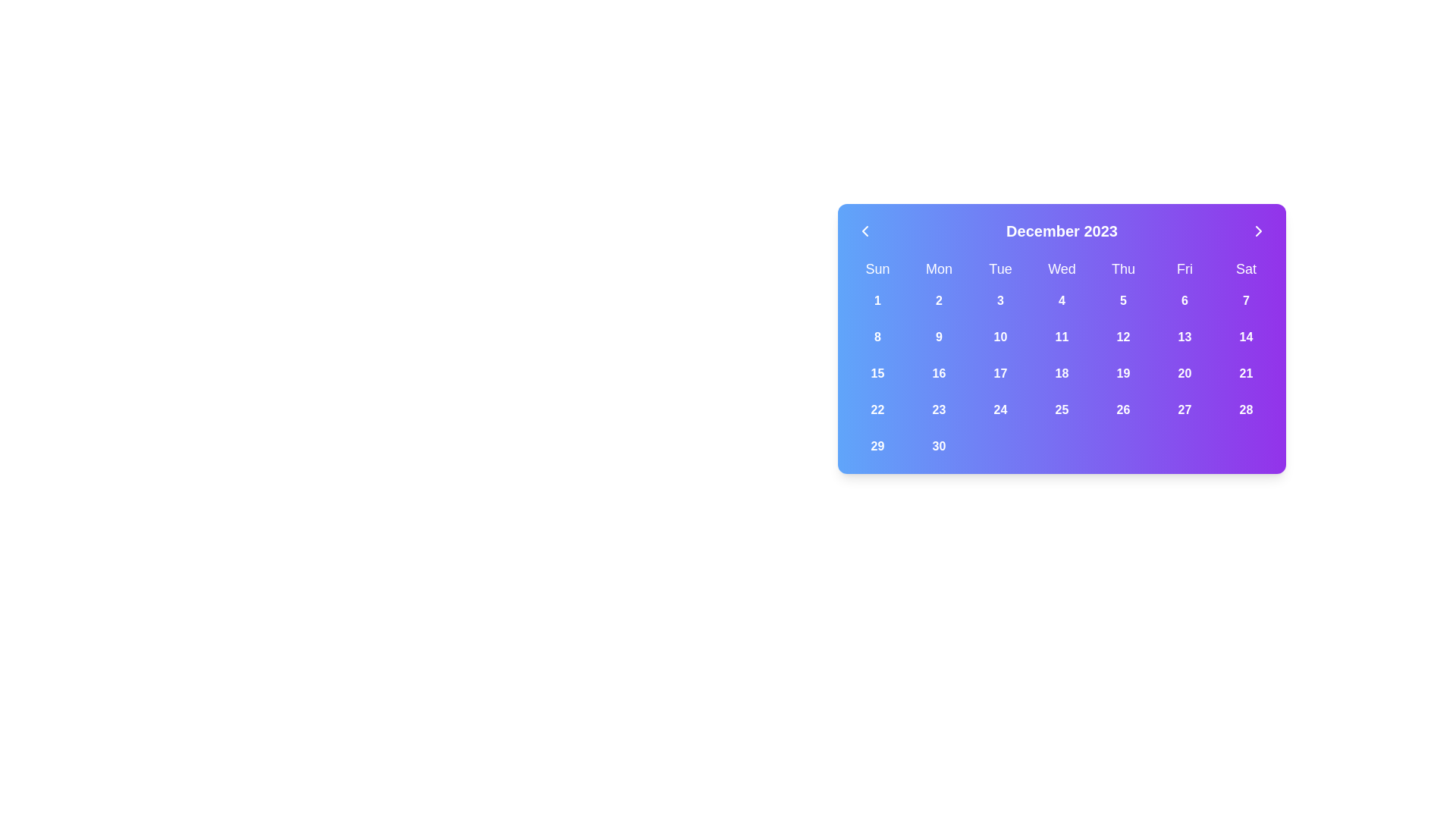 The image size is (1456, 819). I want to click on the sixth button in the first row of the grid layout, which has a purple background and a centered white number '6', to observe the hover effect, so click(1184, 301).